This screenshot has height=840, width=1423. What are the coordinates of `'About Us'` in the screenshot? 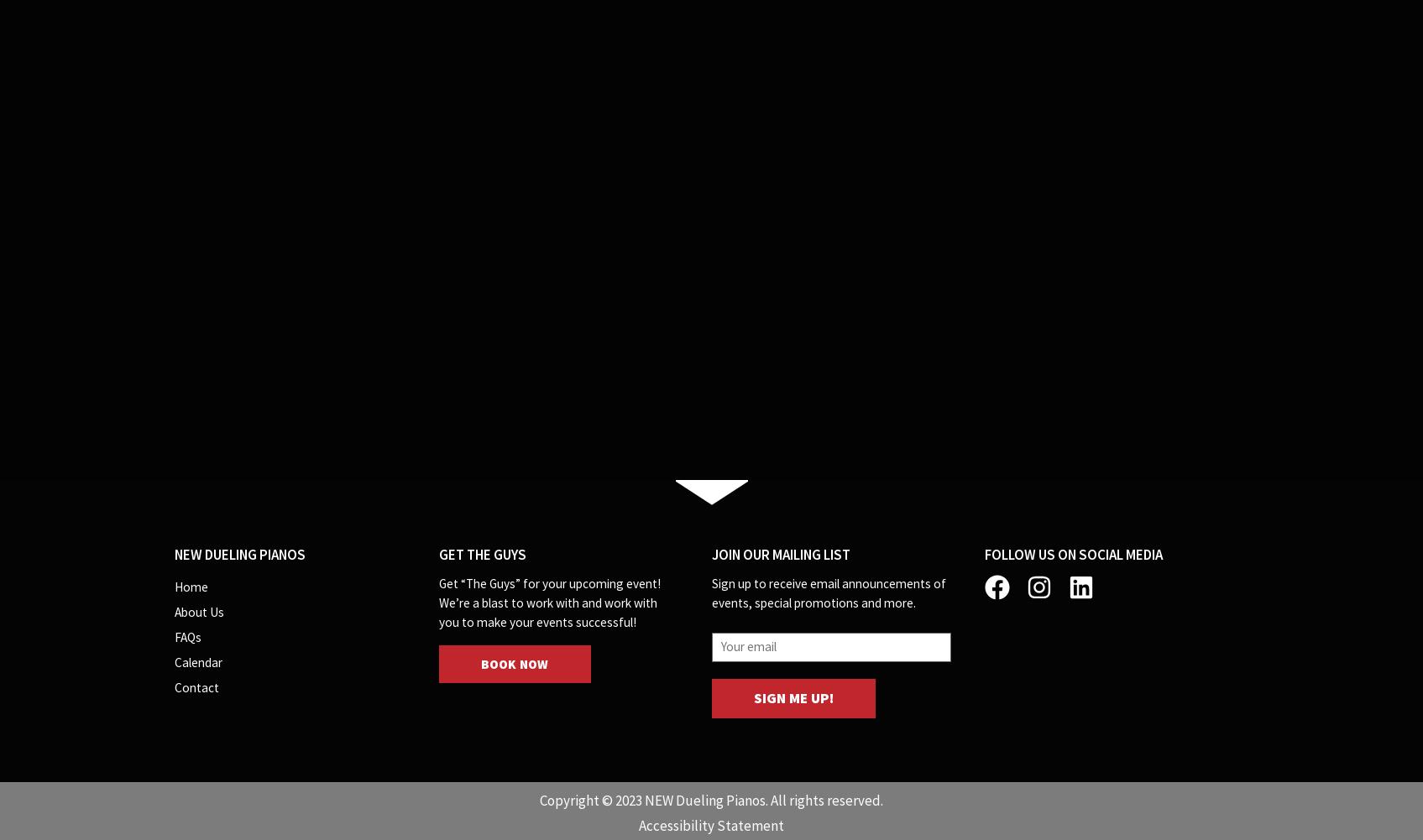 It's located at (172, 612).